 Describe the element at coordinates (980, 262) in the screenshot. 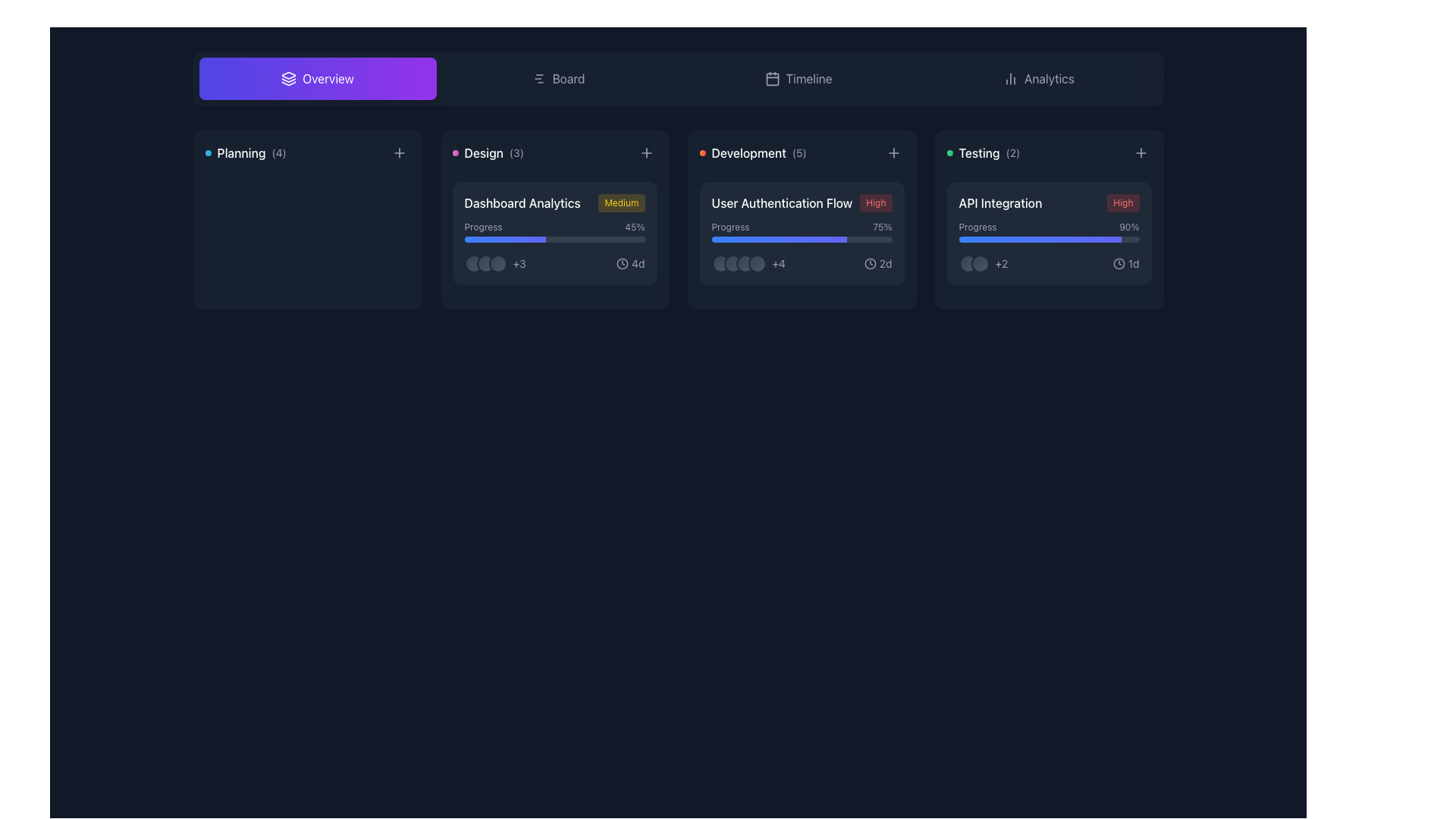

I see `the circular decorative UI element located at the bottom-left section of the 'API Integration' card in the 'Testing' category, which is the second in a row of two similar icons` at that location.